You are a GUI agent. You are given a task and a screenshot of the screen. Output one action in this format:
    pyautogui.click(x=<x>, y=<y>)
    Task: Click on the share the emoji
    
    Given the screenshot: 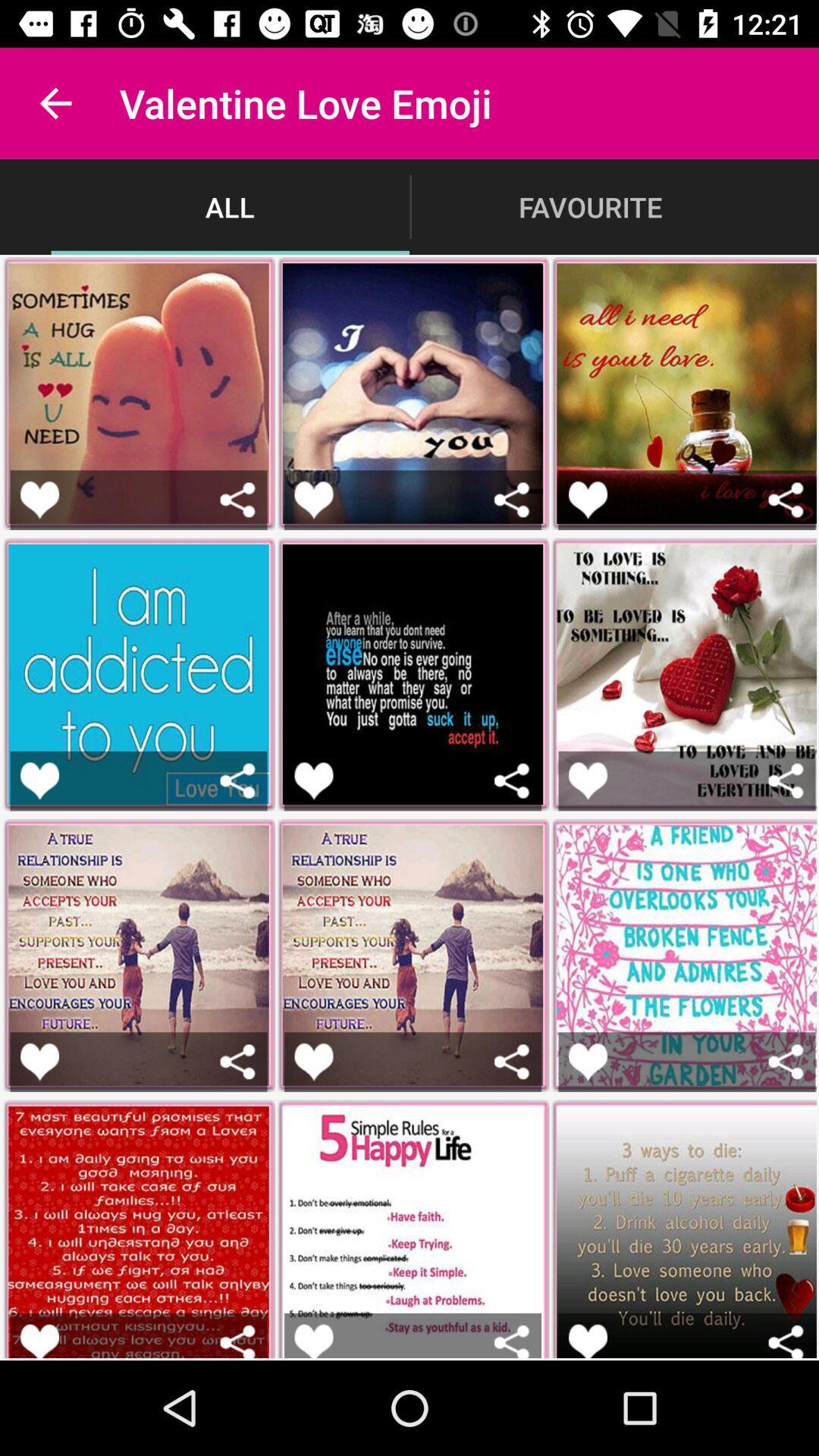 What is the action you would take?
    pyautogui.click(x=237, y=500)
    